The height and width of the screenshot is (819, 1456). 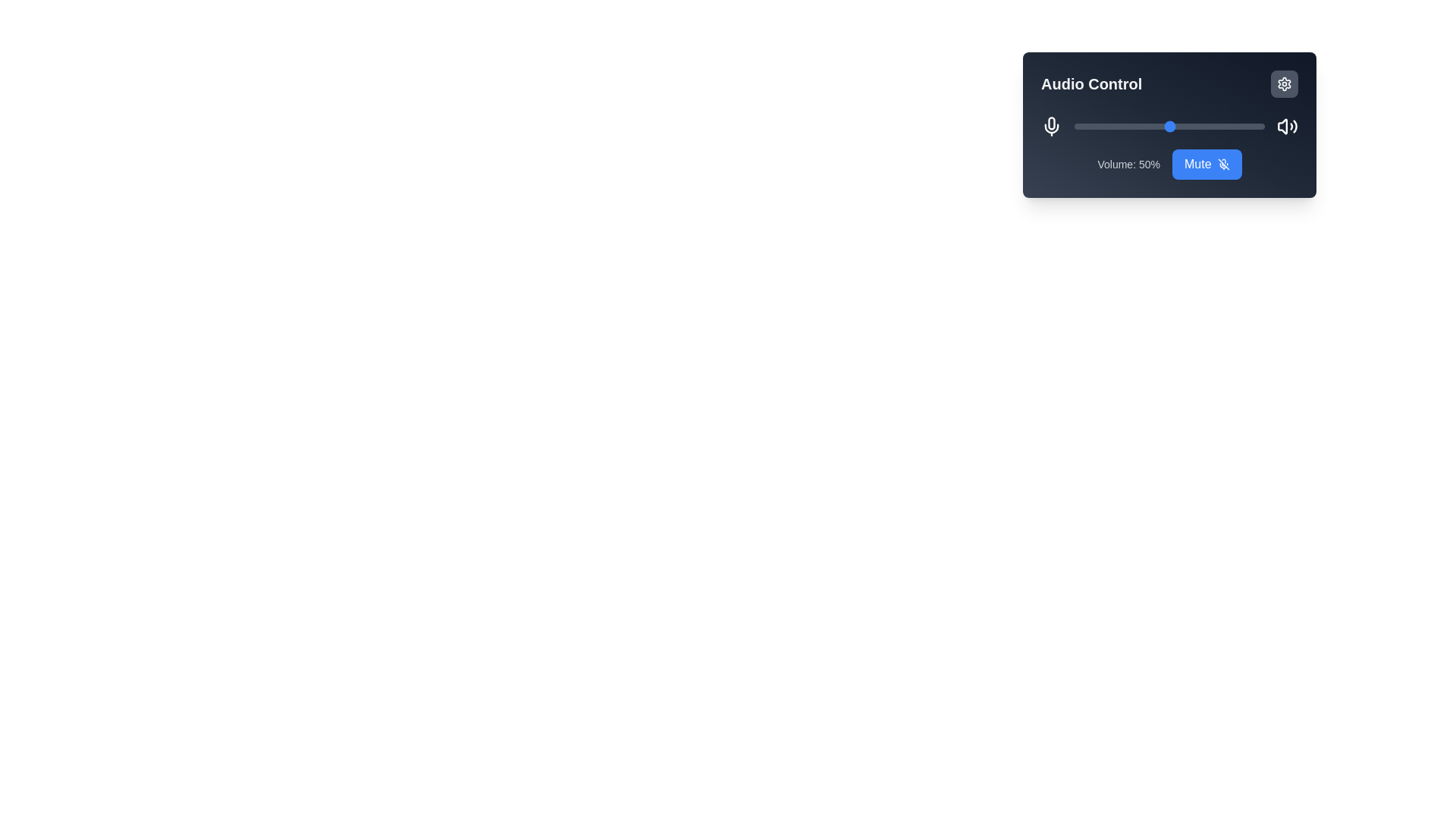 I want to click on the audio volume, so click(x=1109, y=125).